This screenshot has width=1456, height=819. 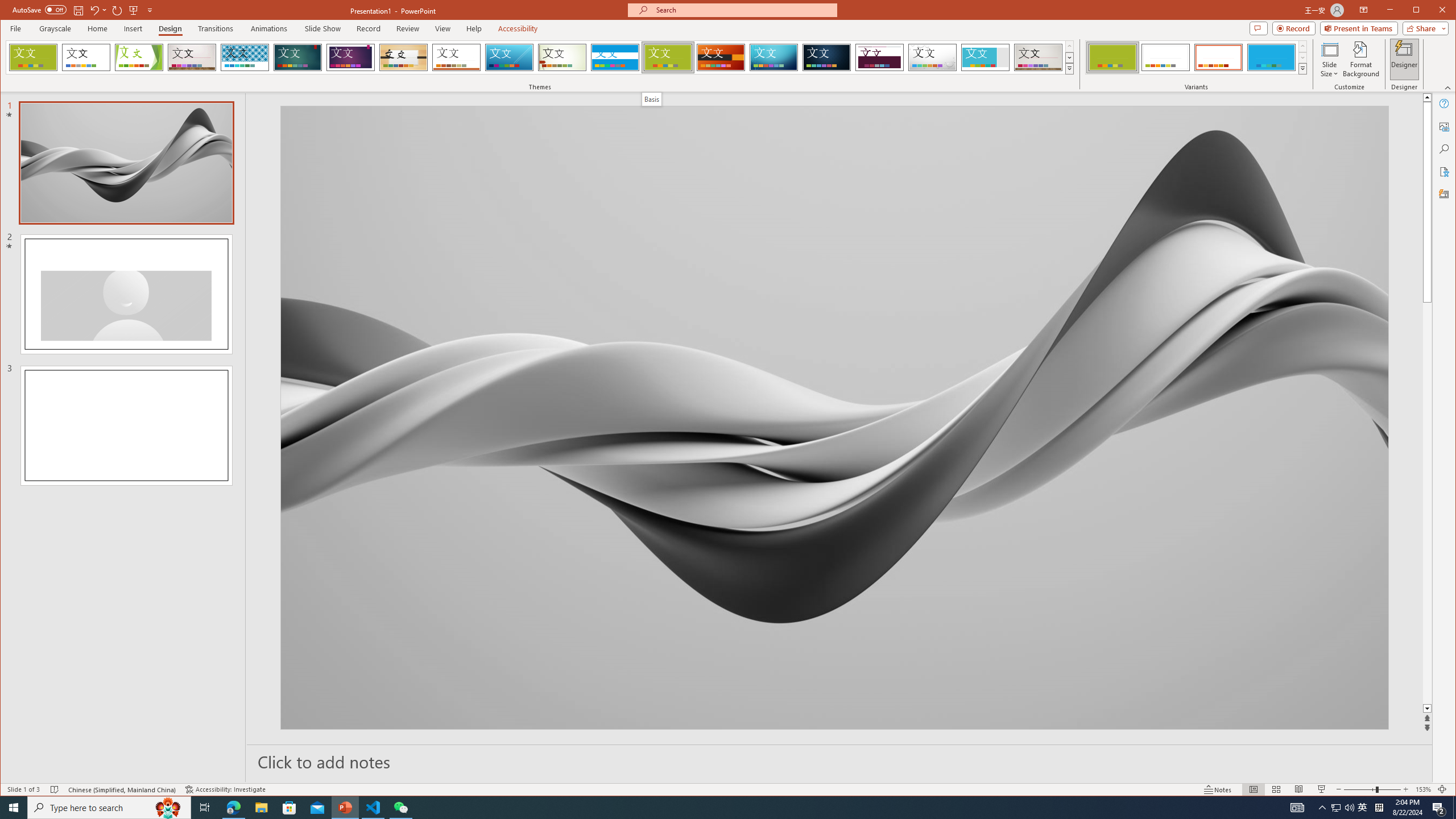 What do you see at coordinates (456, 57) in the screenshot?
I see `'Retrospect'` at bounding box center [456, 57].